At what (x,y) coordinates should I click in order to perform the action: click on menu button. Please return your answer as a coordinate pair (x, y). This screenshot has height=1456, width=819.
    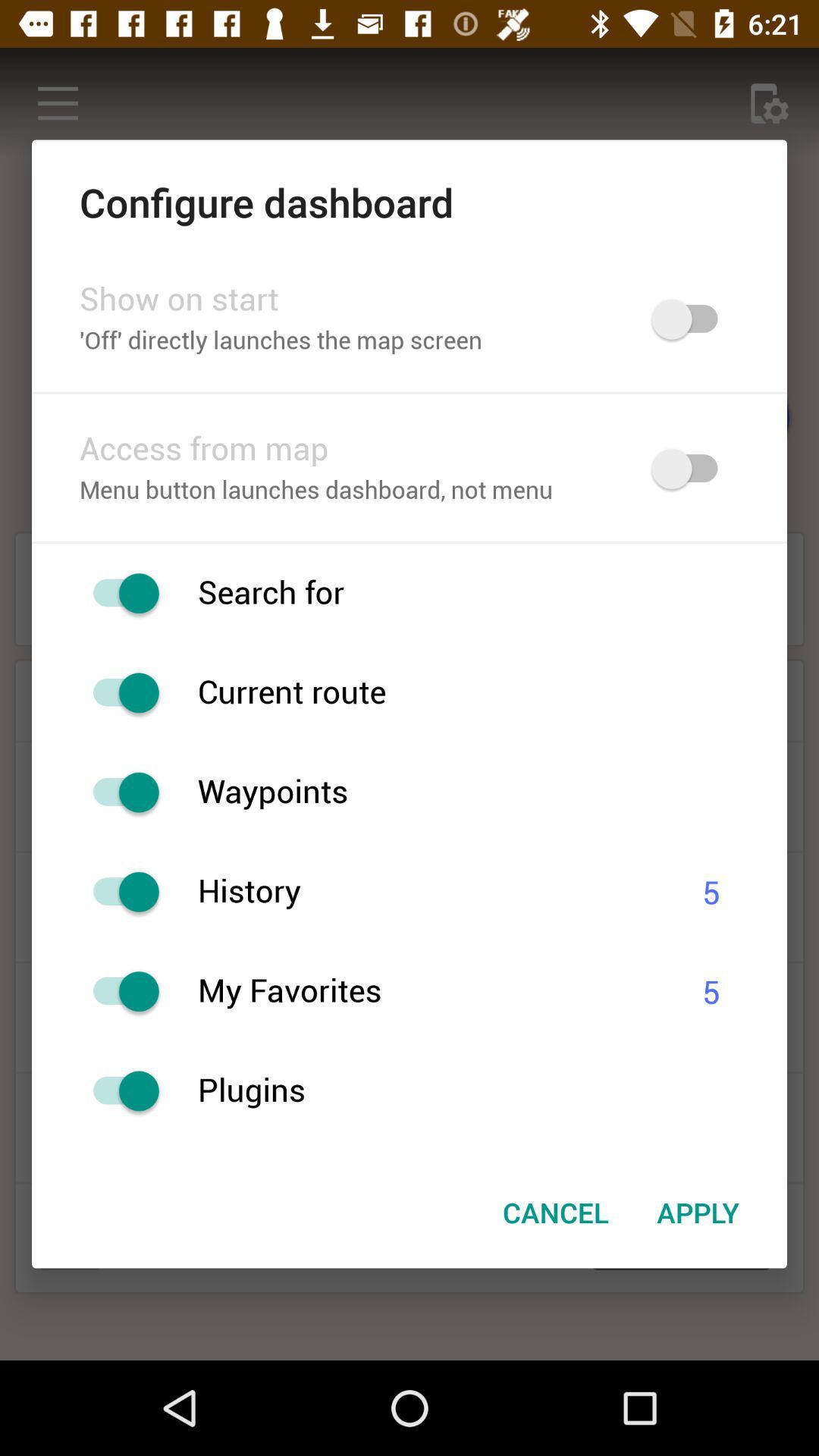
    Looking at the image, I should click on (118, 1090).